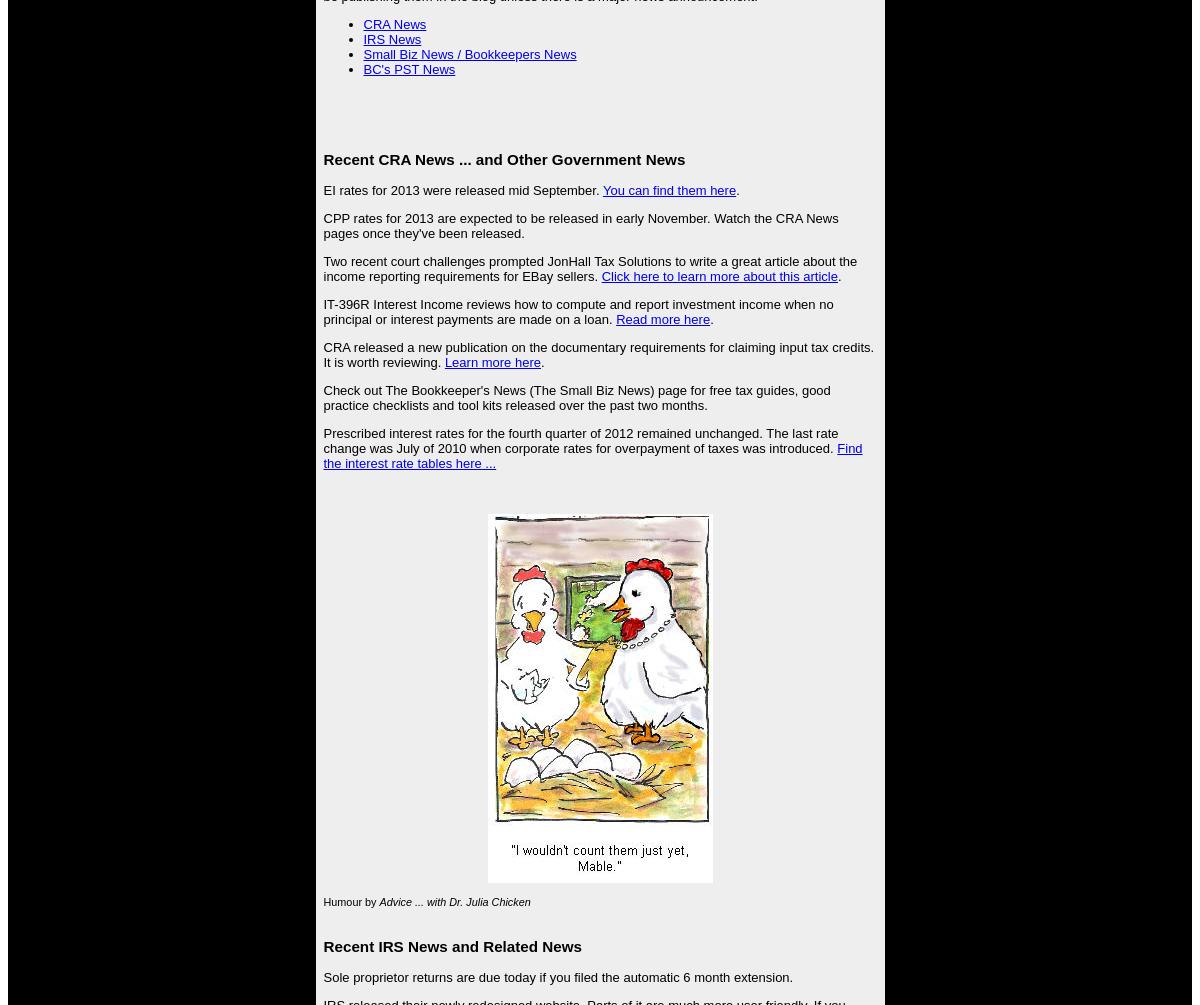 This screenshot has width=1200, height=1005. I want to click on 'Read more here', so click(615, 317).